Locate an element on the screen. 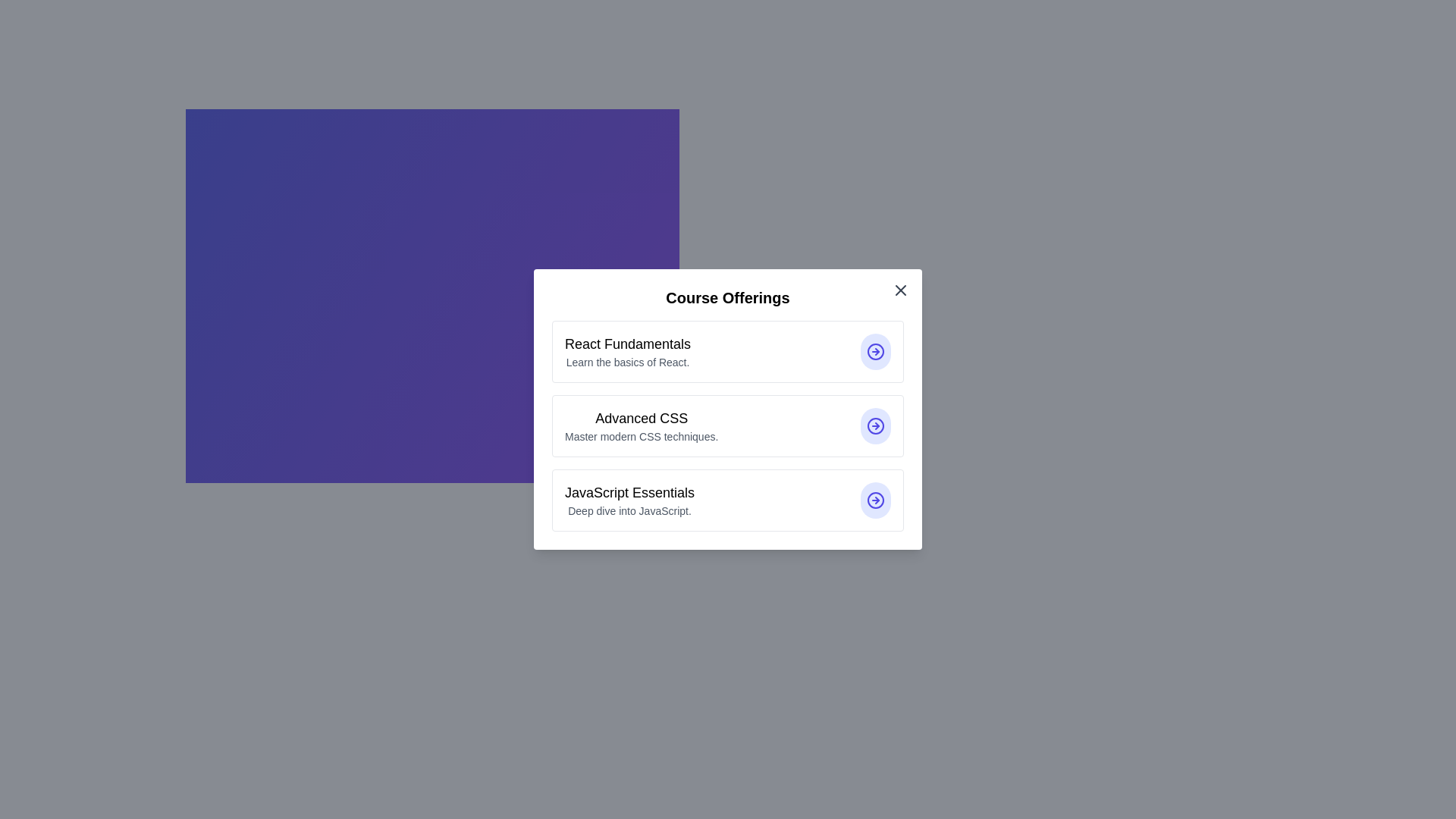 The height and width of the screenshot is (819, 1456). the icon button is located at coordinates (876, 500).